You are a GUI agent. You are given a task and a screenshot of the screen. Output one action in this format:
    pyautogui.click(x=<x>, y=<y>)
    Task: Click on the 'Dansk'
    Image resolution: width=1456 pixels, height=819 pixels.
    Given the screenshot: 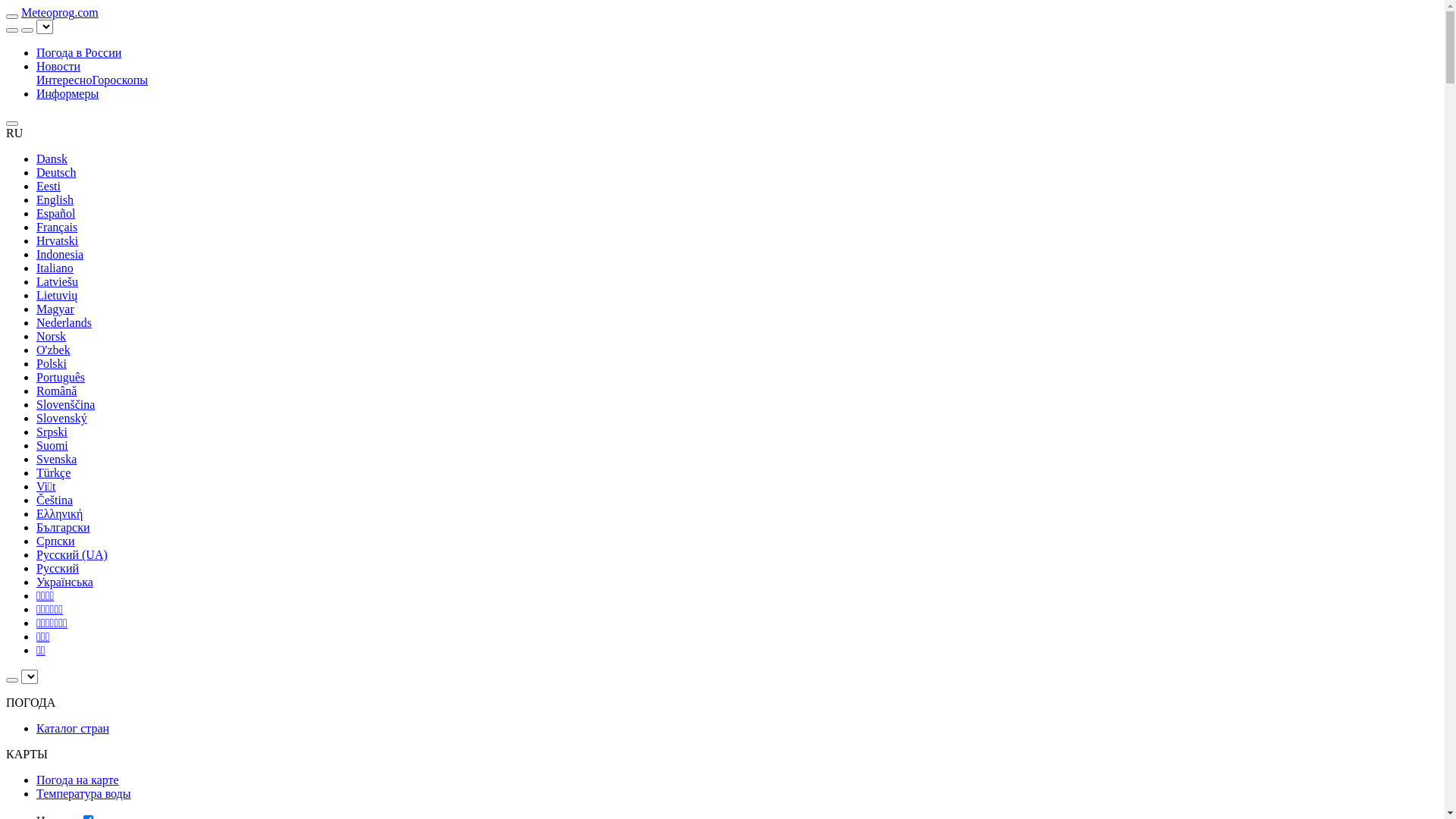 What is the action you would take?
    pyautogui.click(x=52, y=158)
    